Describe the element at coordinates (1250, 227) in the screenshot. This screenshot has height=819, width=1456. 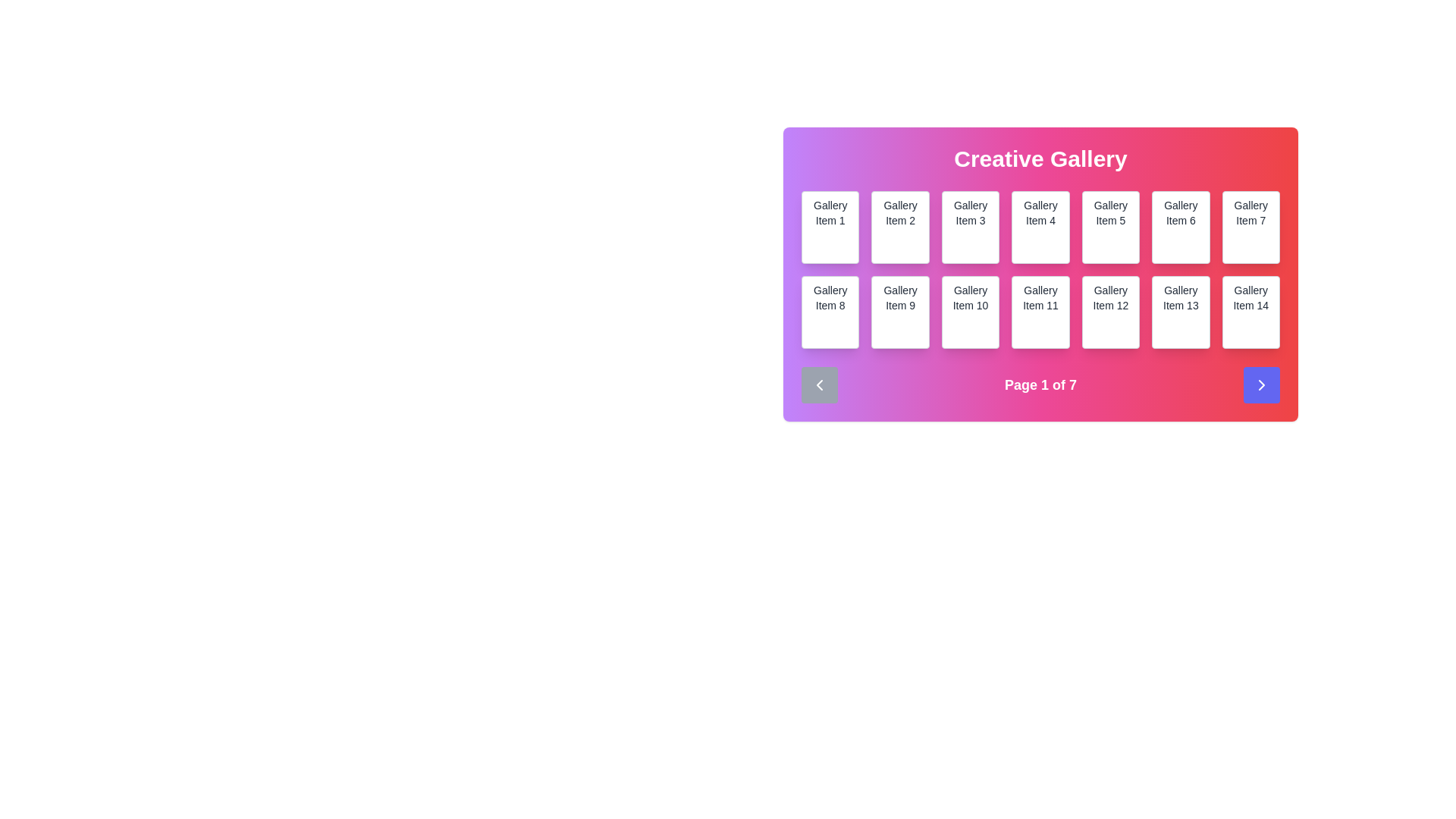
I see `the static display card that contains the text 'Gallery Item 7', which is styled with a white background and a shadow effect, located in the first row and seventh column of the grid layout` at that location.